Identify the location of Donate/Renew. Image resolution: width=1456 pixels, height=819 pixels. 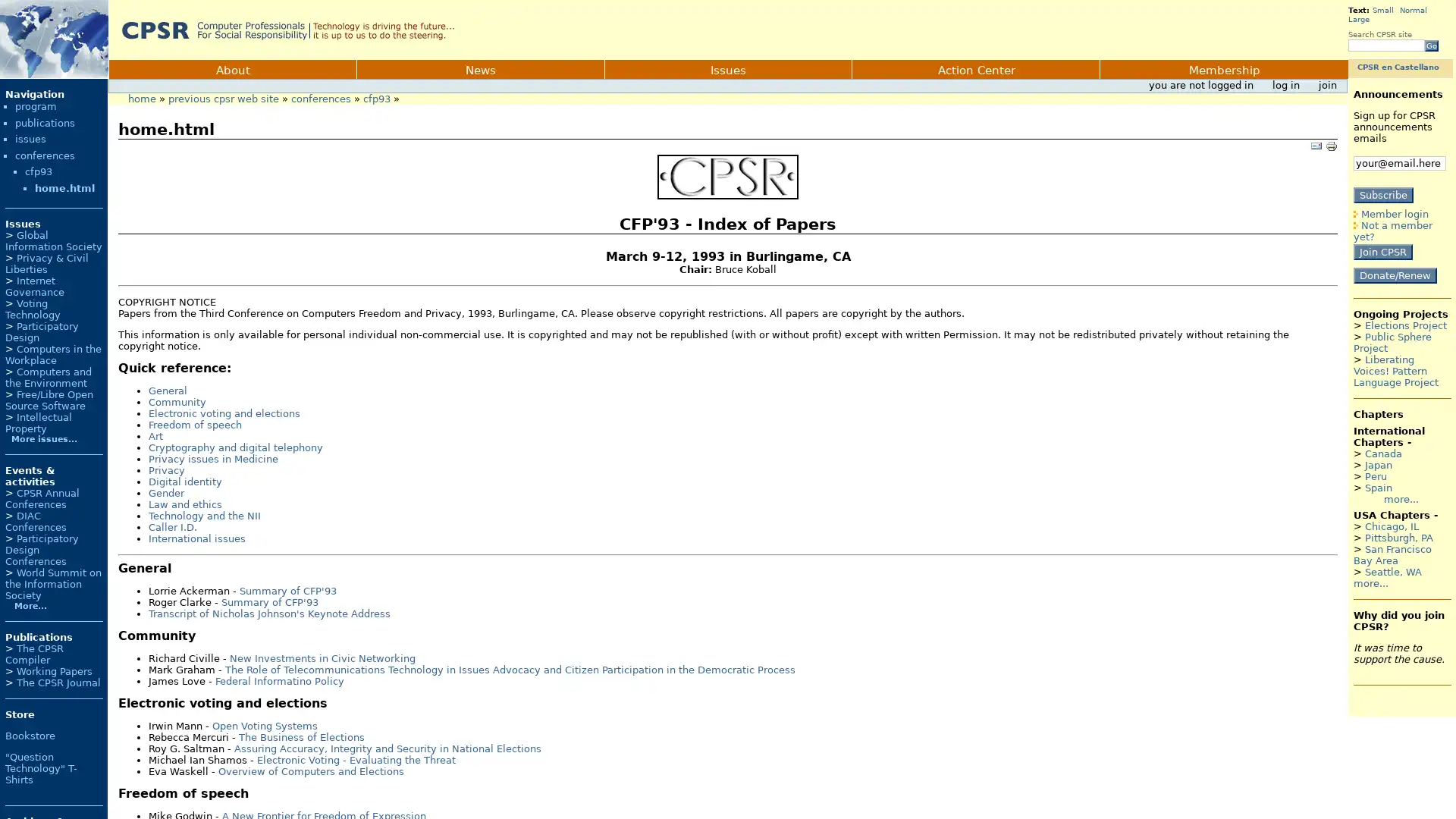
(1394, 275).